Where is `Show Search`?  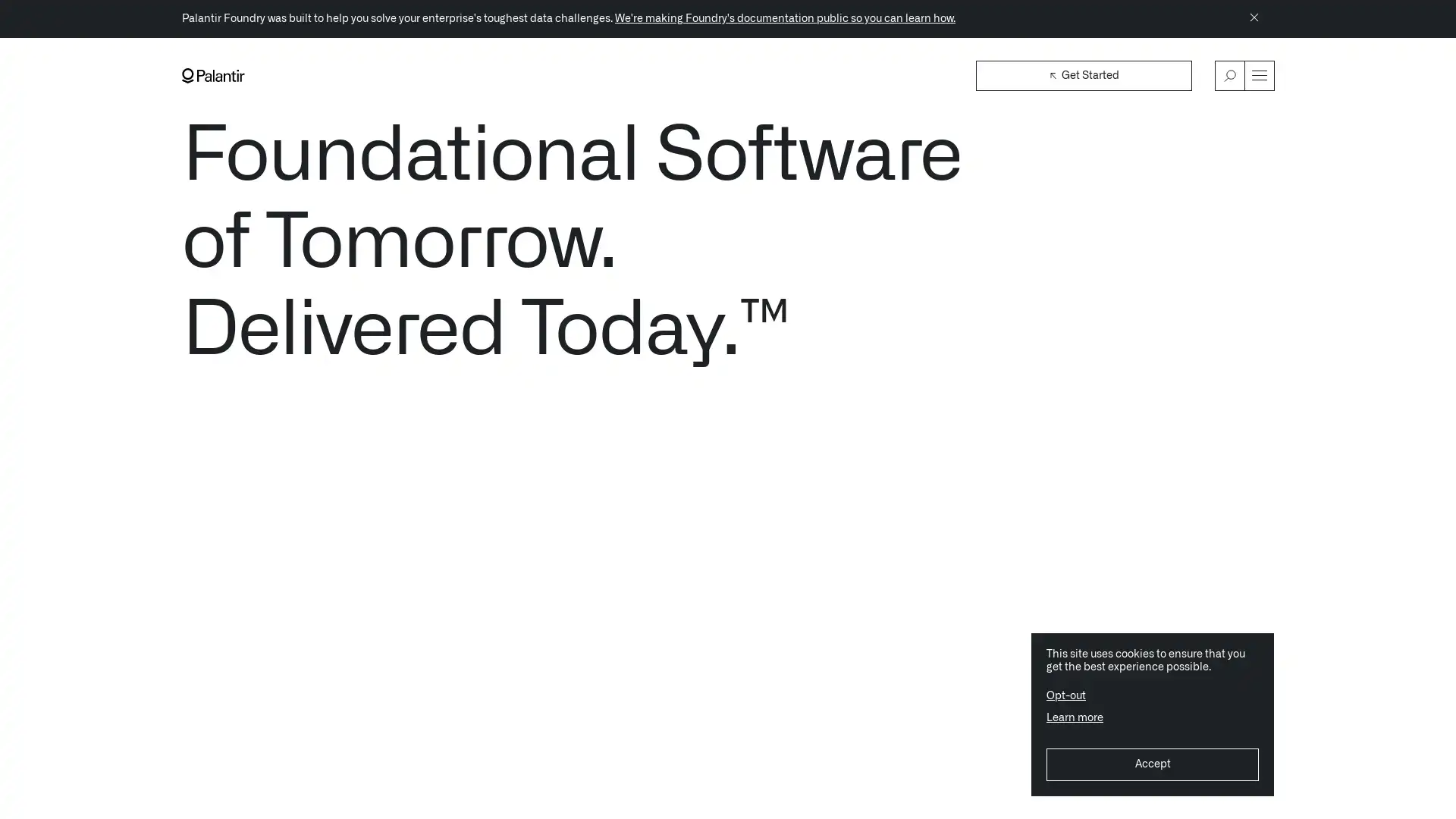
Show Search is located at coordinates (1230, 75).